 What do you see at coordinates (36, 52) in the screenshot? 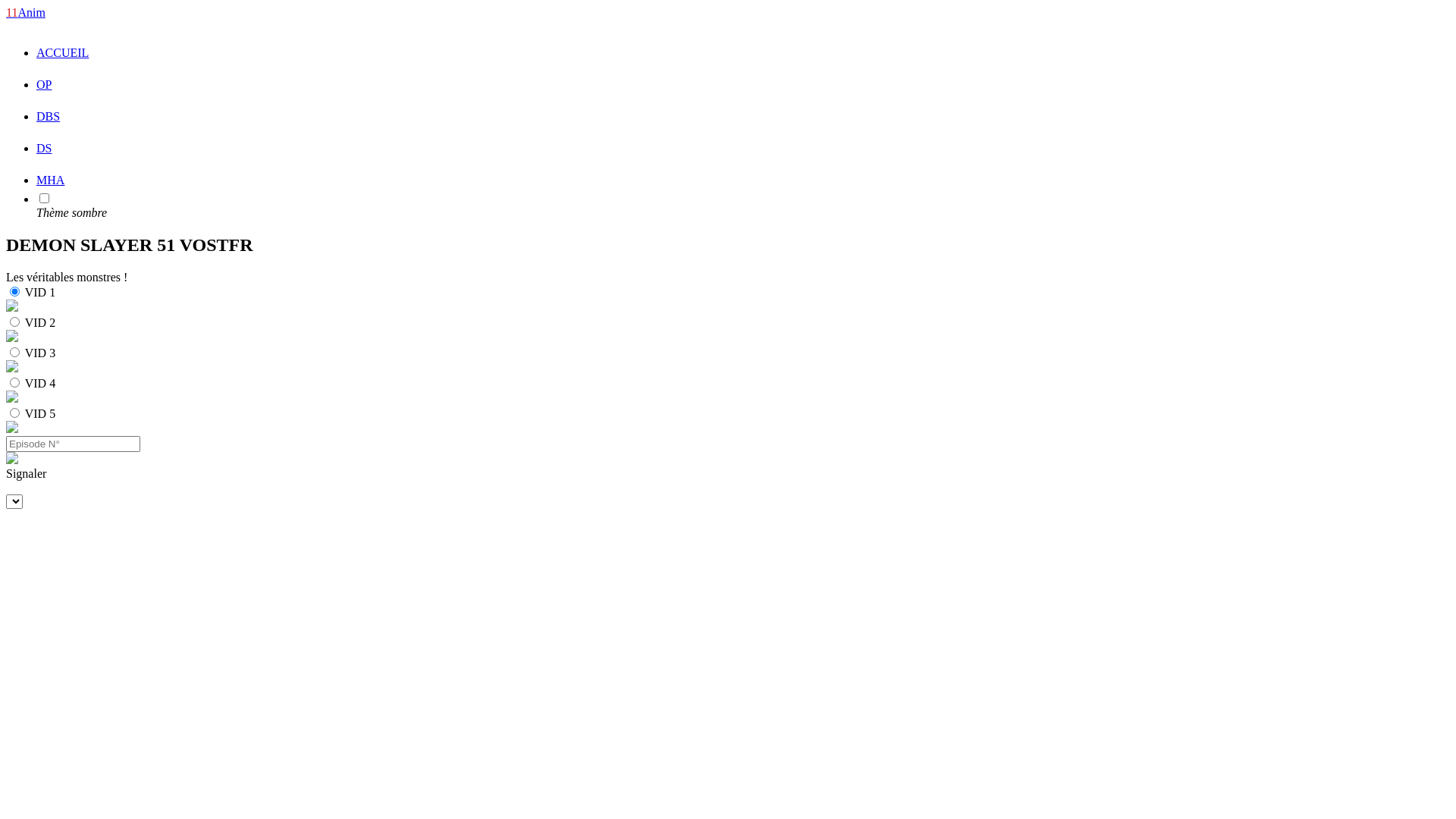
I see `'ACCUEIL'` at bounding box center [36, 52].